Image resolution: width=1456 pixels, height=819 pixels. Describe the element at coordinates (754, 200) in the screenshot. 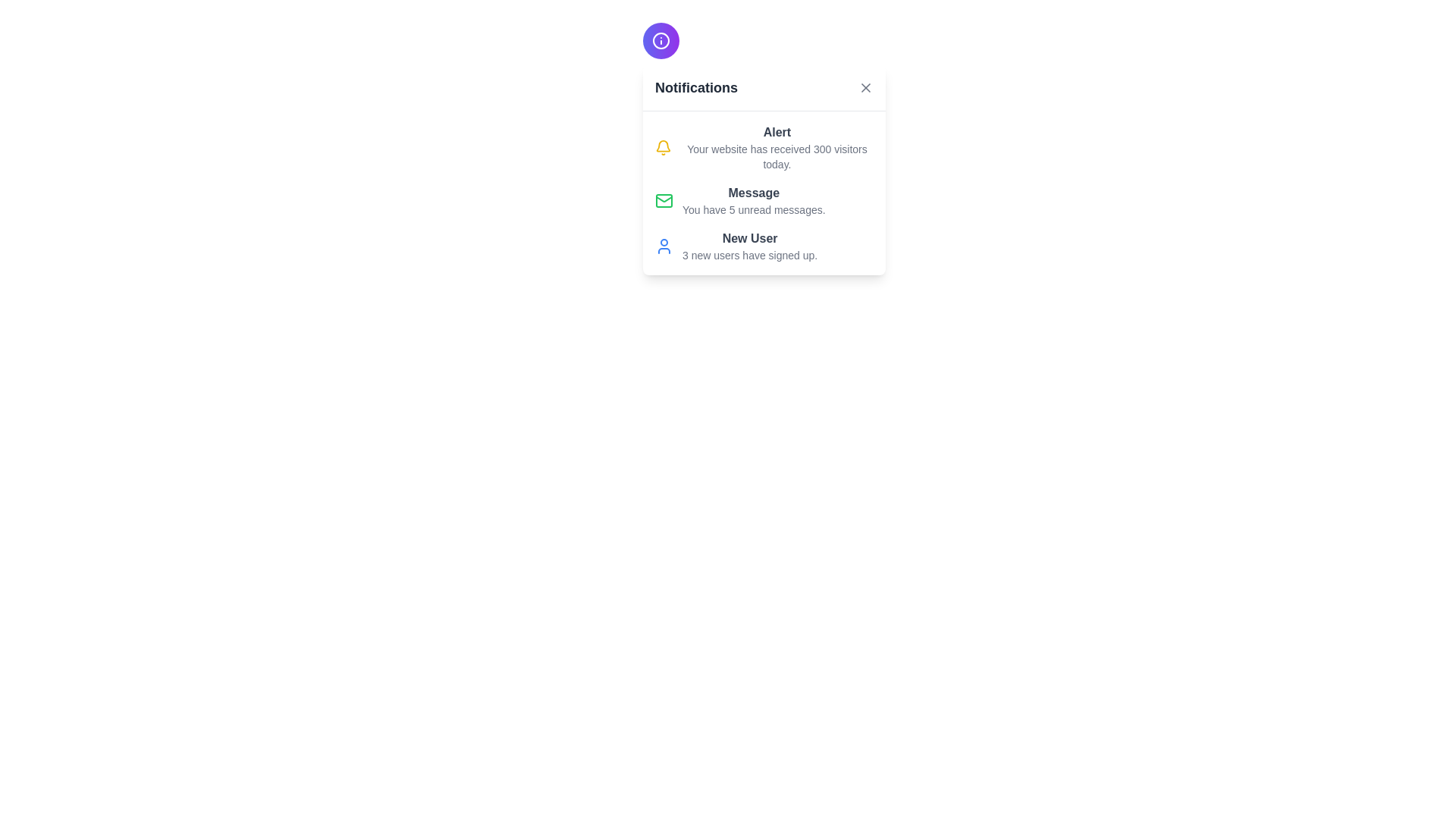

I see `the notification summary message text block that displays the count of unread messages, which is the second item in a list of notifications` at that location.